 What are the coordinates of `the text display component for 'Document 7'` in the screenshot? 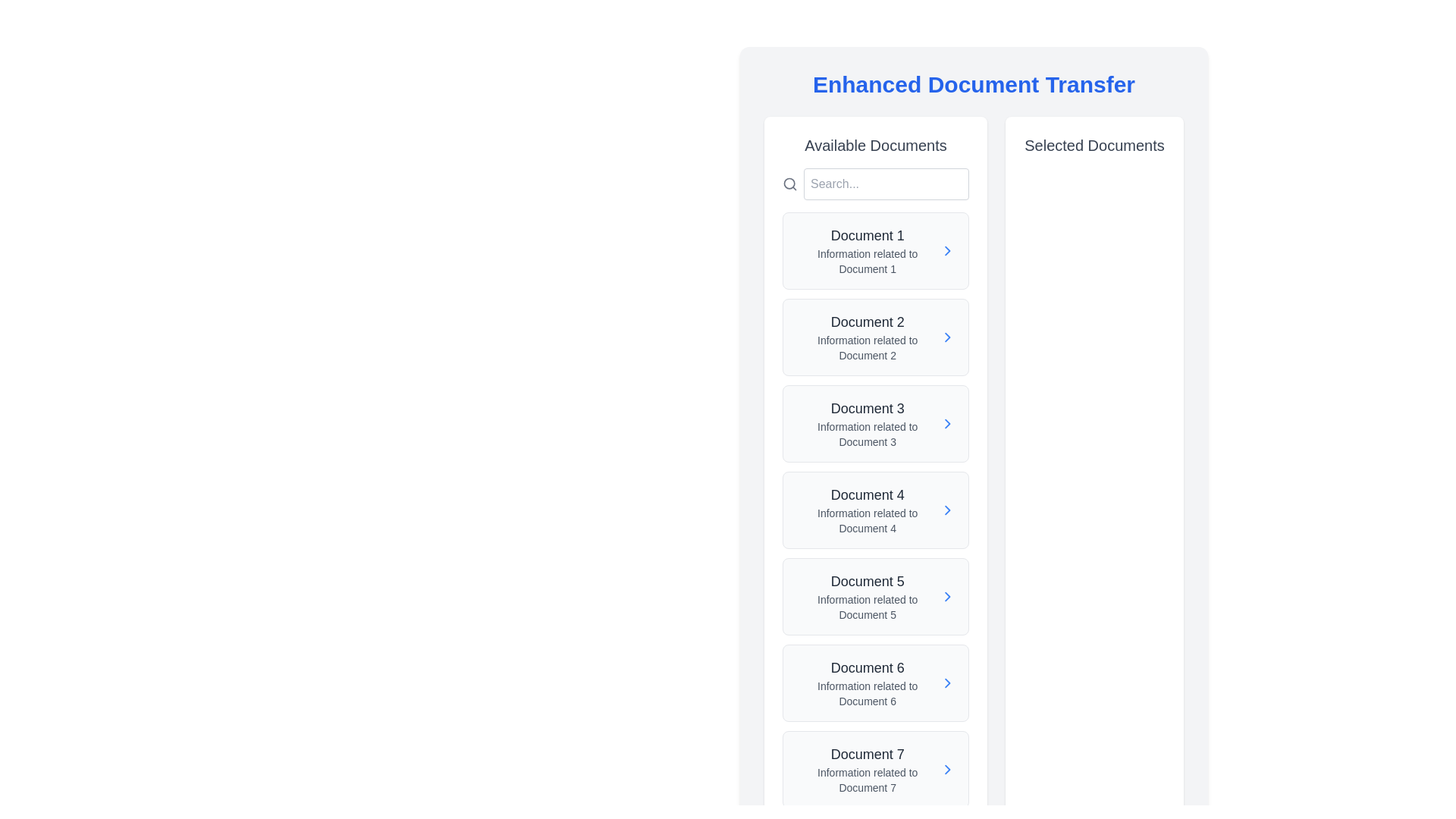 It's located at (868, 769).